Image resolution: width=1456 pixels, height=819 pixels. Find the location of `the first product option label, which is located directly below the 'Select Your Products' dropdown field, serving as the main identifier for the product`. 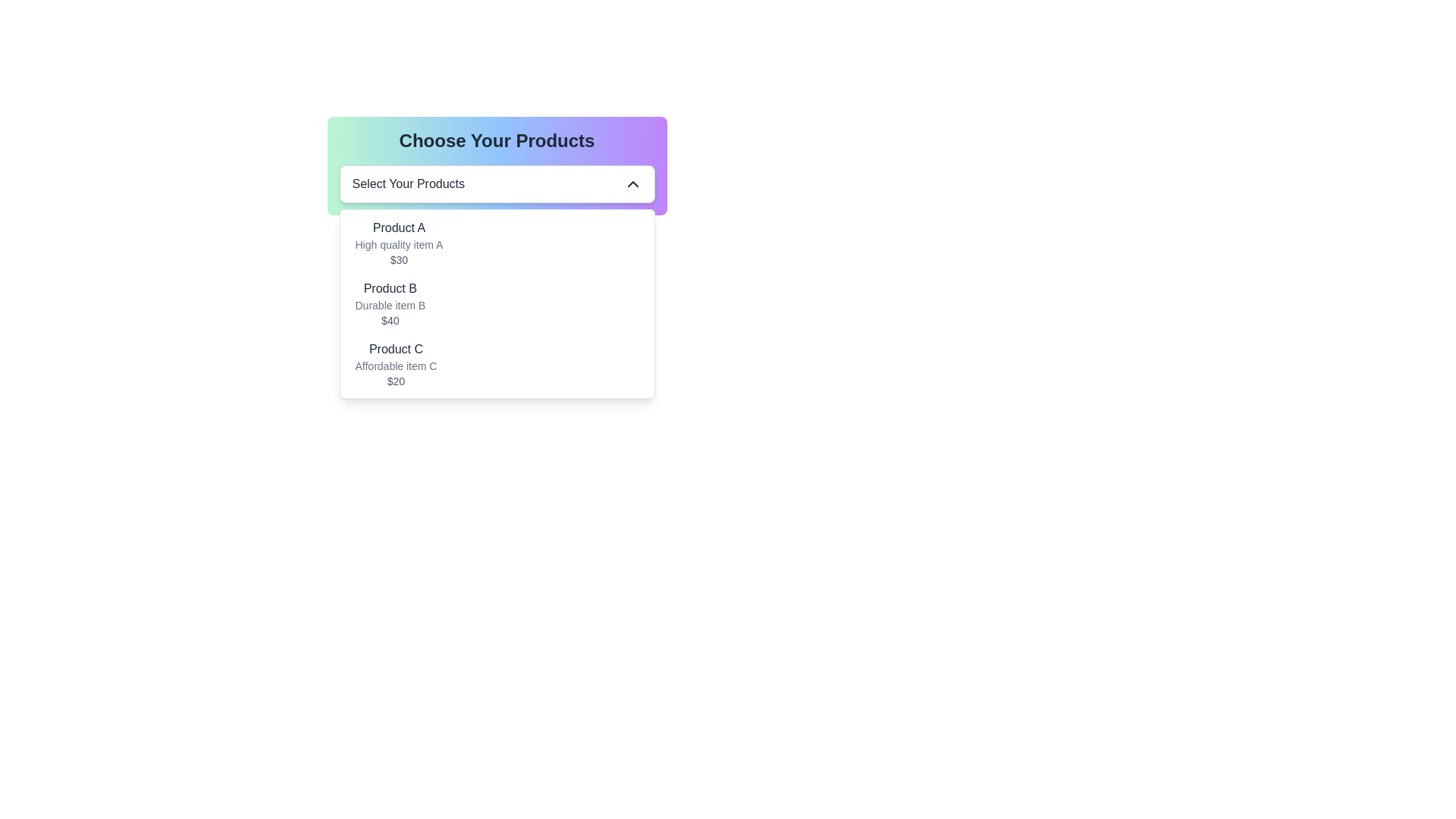

the first product option label, which is located directly below the 'Select Your Products' dropdown field, serving as the main identifier for the product is located at coordinates (399, 227).